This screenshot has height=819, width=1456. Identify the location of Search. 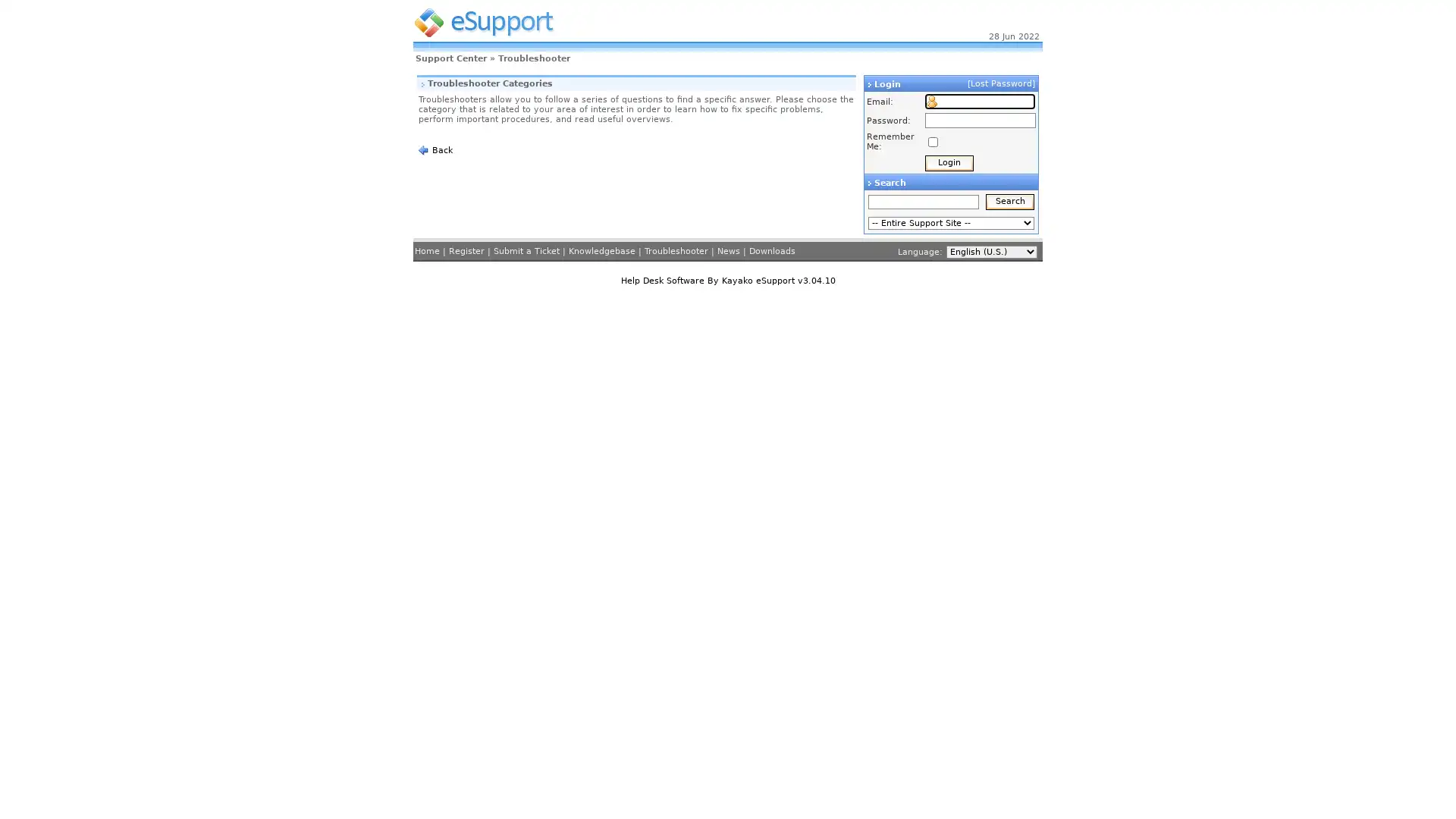
(1010, 201).